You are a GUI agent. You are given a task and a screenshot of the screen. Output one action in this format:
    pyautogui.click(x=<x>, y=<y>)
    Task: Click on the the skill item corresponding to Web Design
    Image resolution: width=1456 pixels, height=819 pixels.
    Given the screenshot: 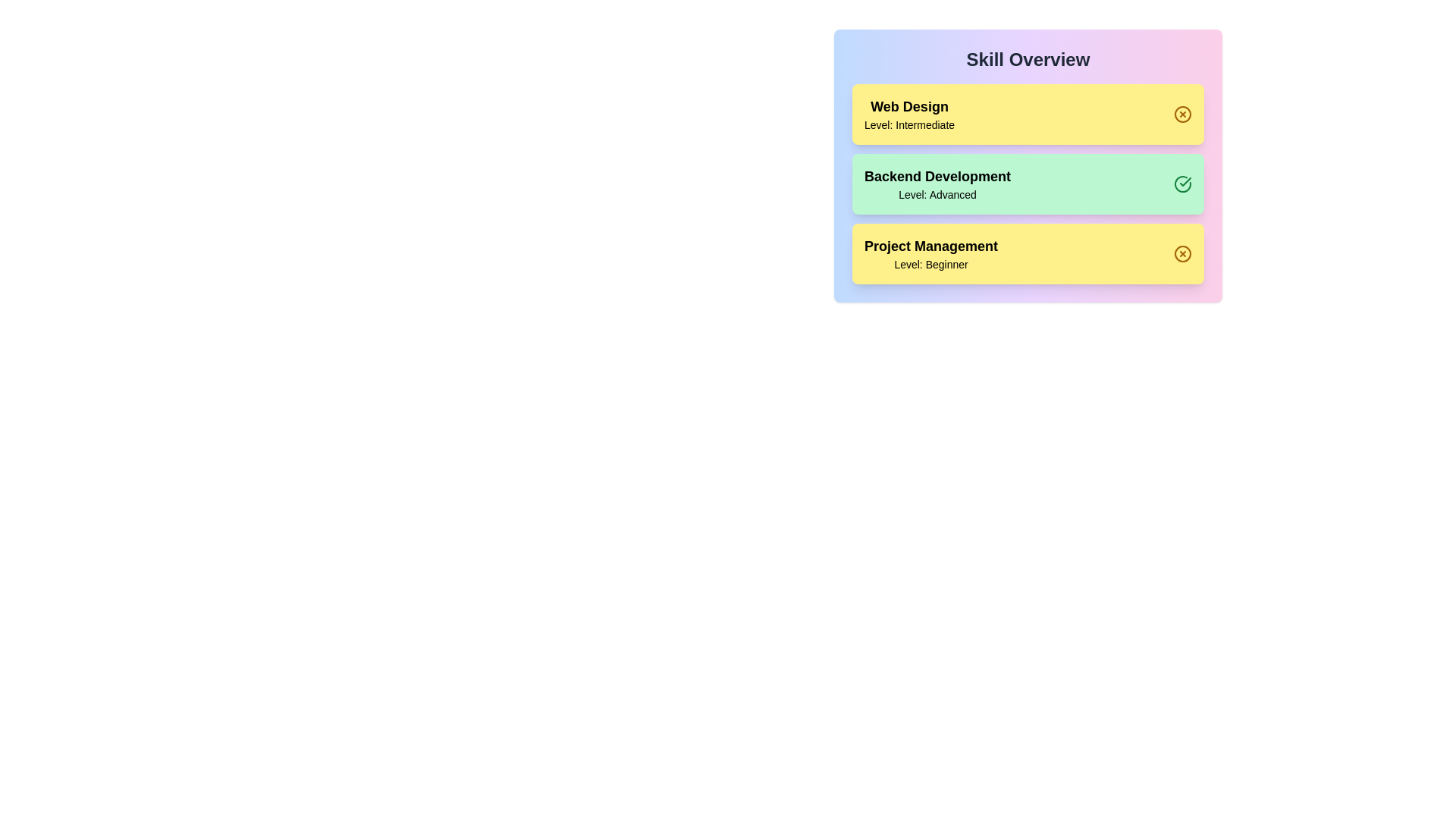 What is the action you would take?
    pyautogui.click(x=1028, y=113)
    